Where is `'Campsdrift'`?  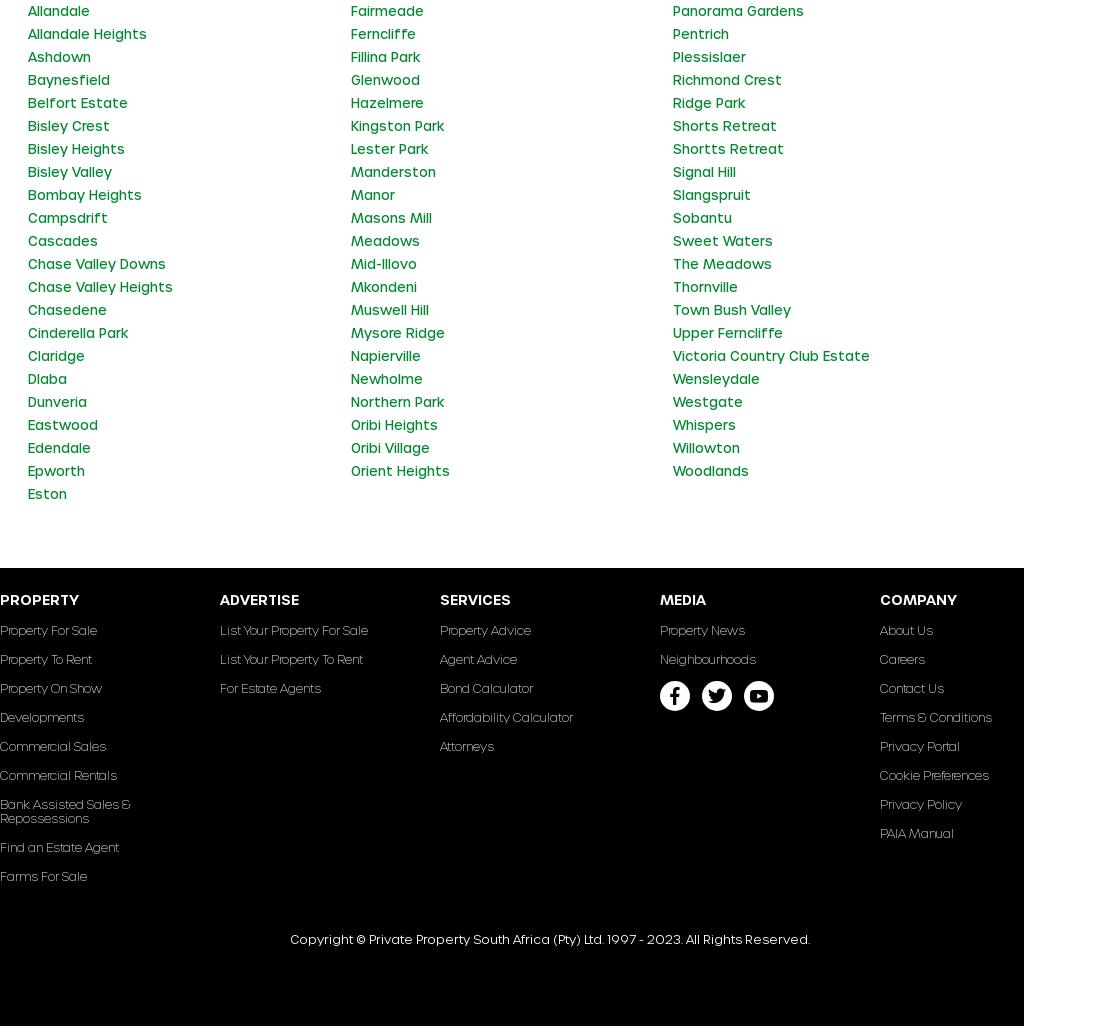 'Campsdrift' is located at coordinates (27, 216).